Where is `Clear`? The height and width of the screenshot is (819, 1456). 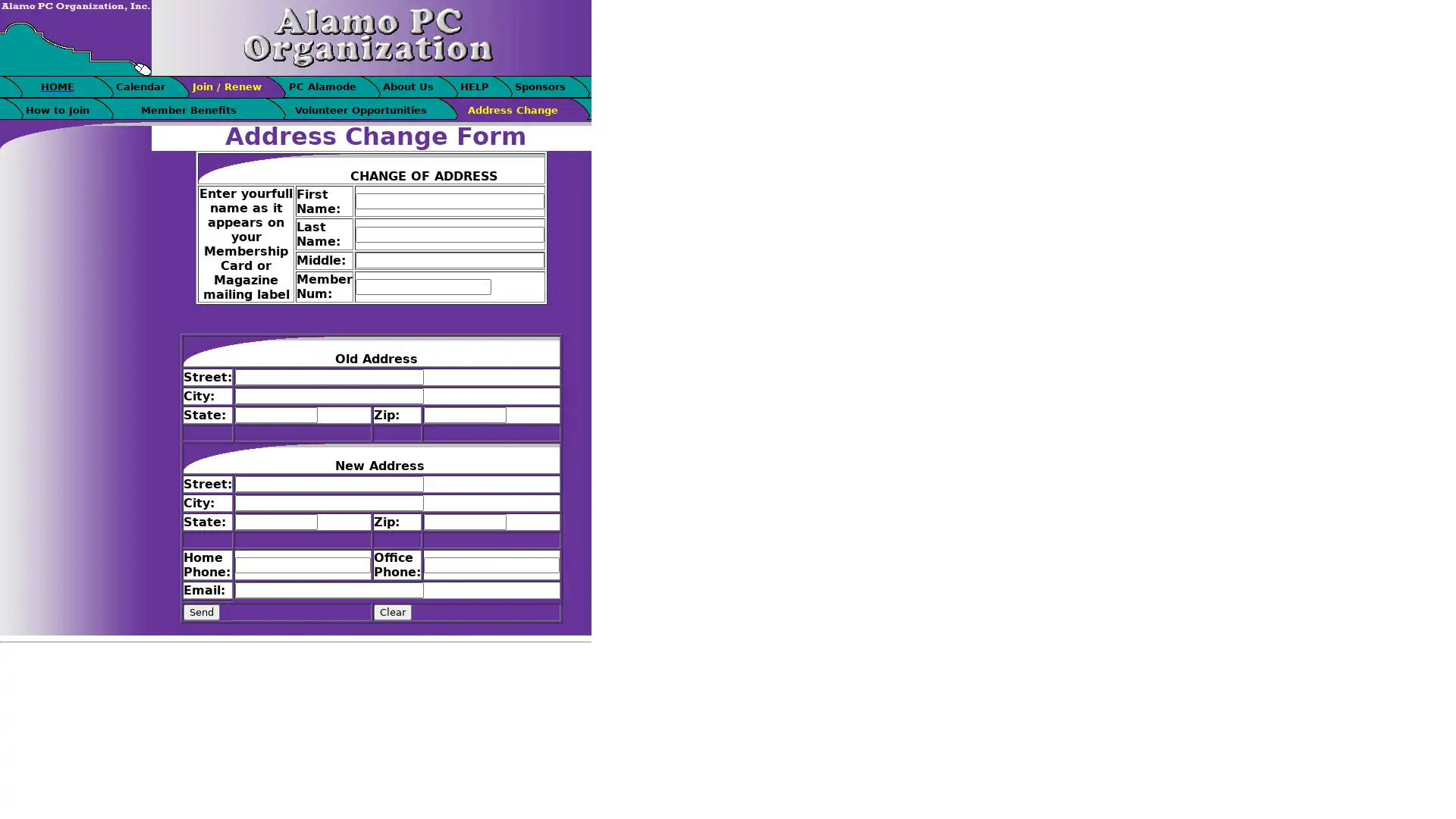
Clear is located at coordinates (393, 611).